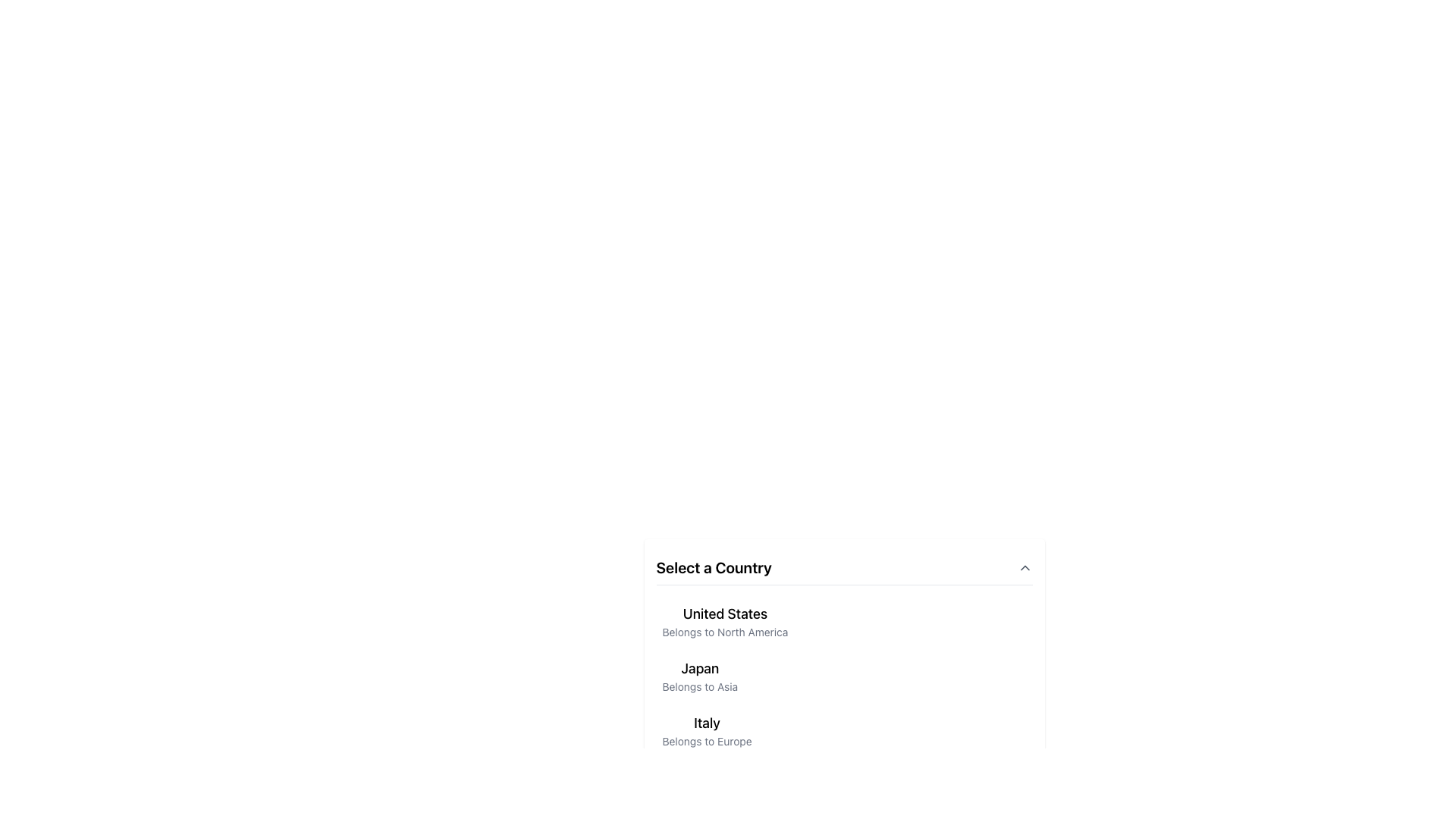  Describe the element at coordinates (843, 675) in the screenshot. I see `the second list item in the 'Select a Country' dropdown, which displays a country name followed by its continent description` at that location.